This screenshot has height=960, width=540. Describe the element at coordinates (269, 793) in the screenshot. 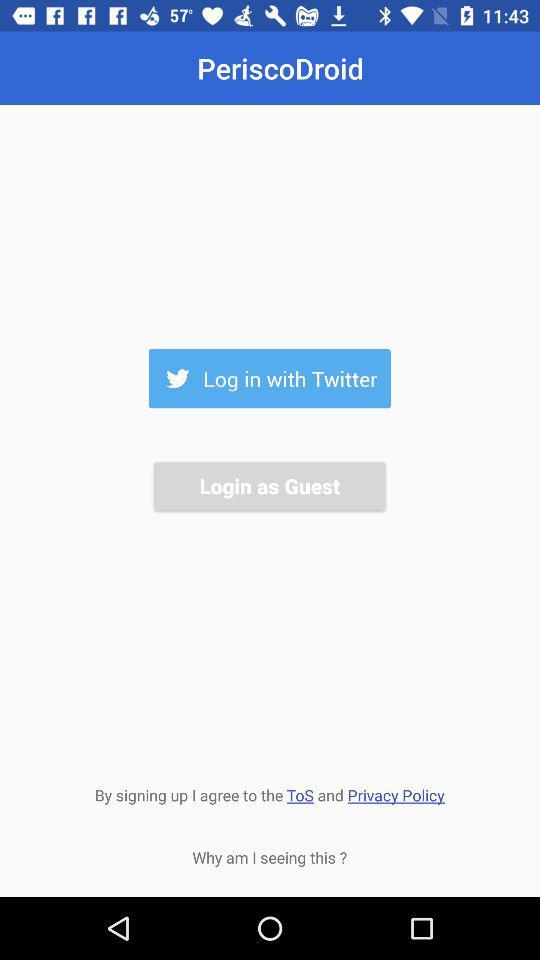

I see `the by signing up icon` at that location.